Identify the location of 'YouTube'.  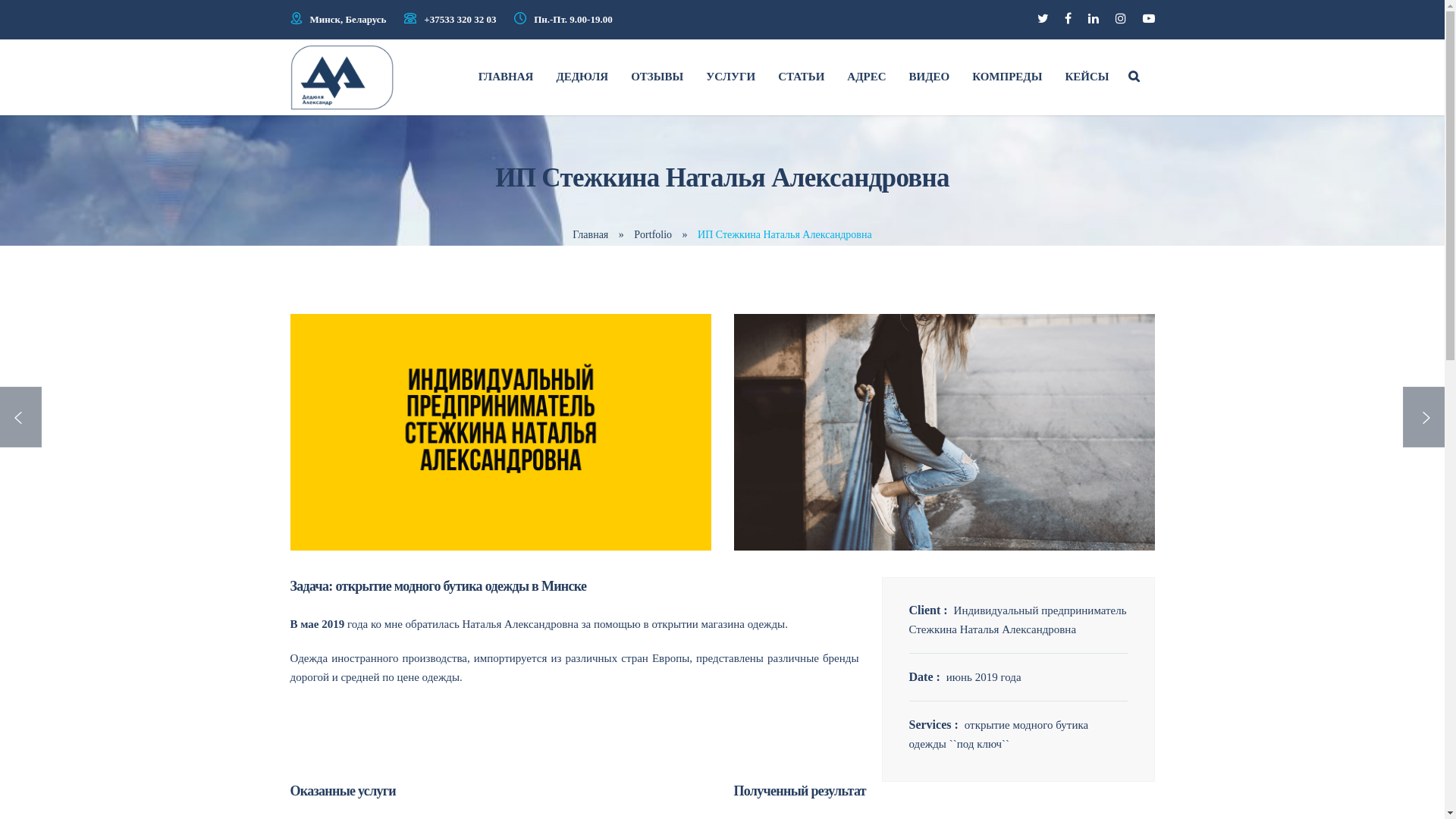
(1142, 18).